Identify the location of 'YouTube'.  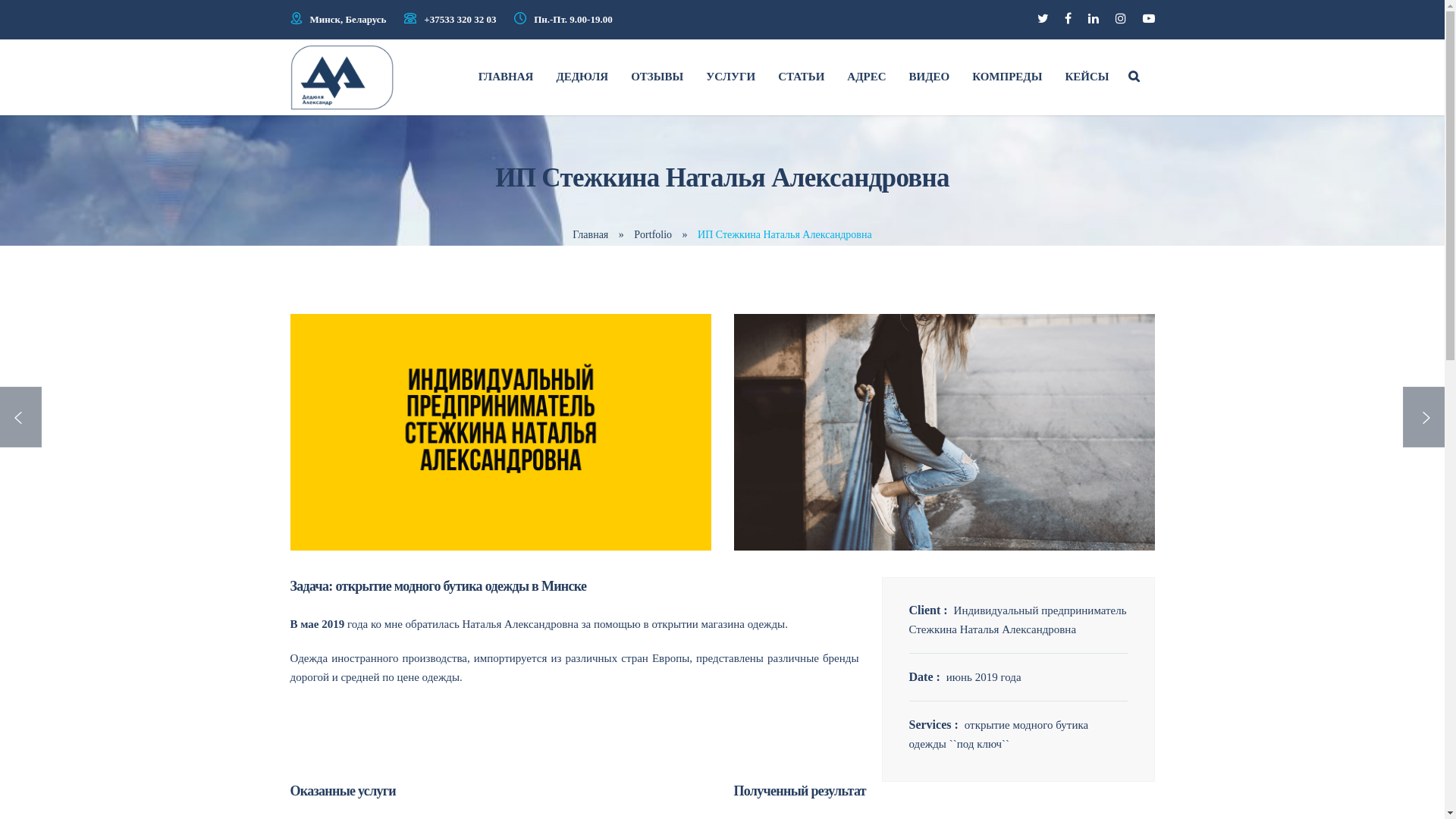
(1142, 18).